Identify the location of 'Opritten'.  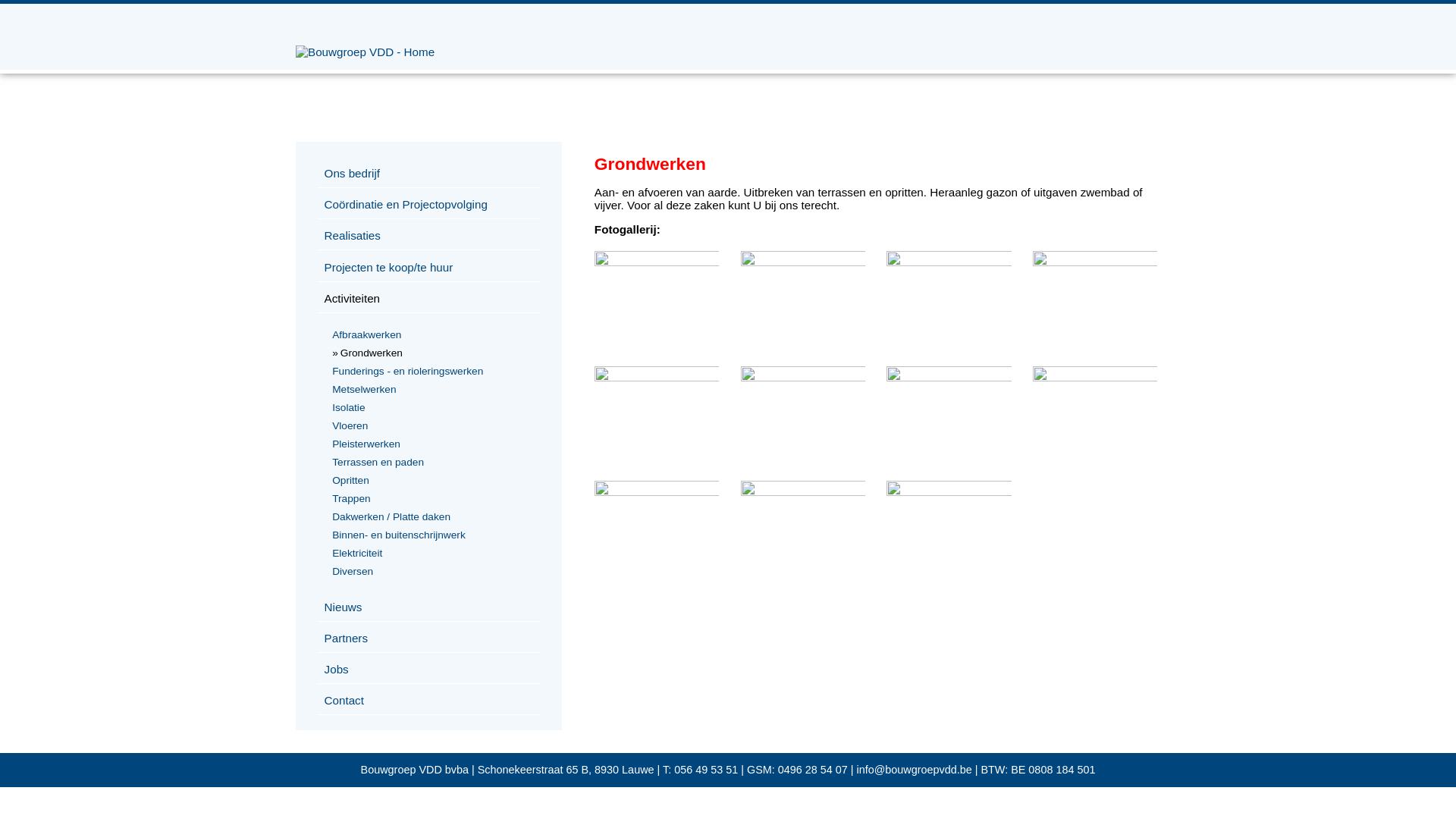
(431, 480).